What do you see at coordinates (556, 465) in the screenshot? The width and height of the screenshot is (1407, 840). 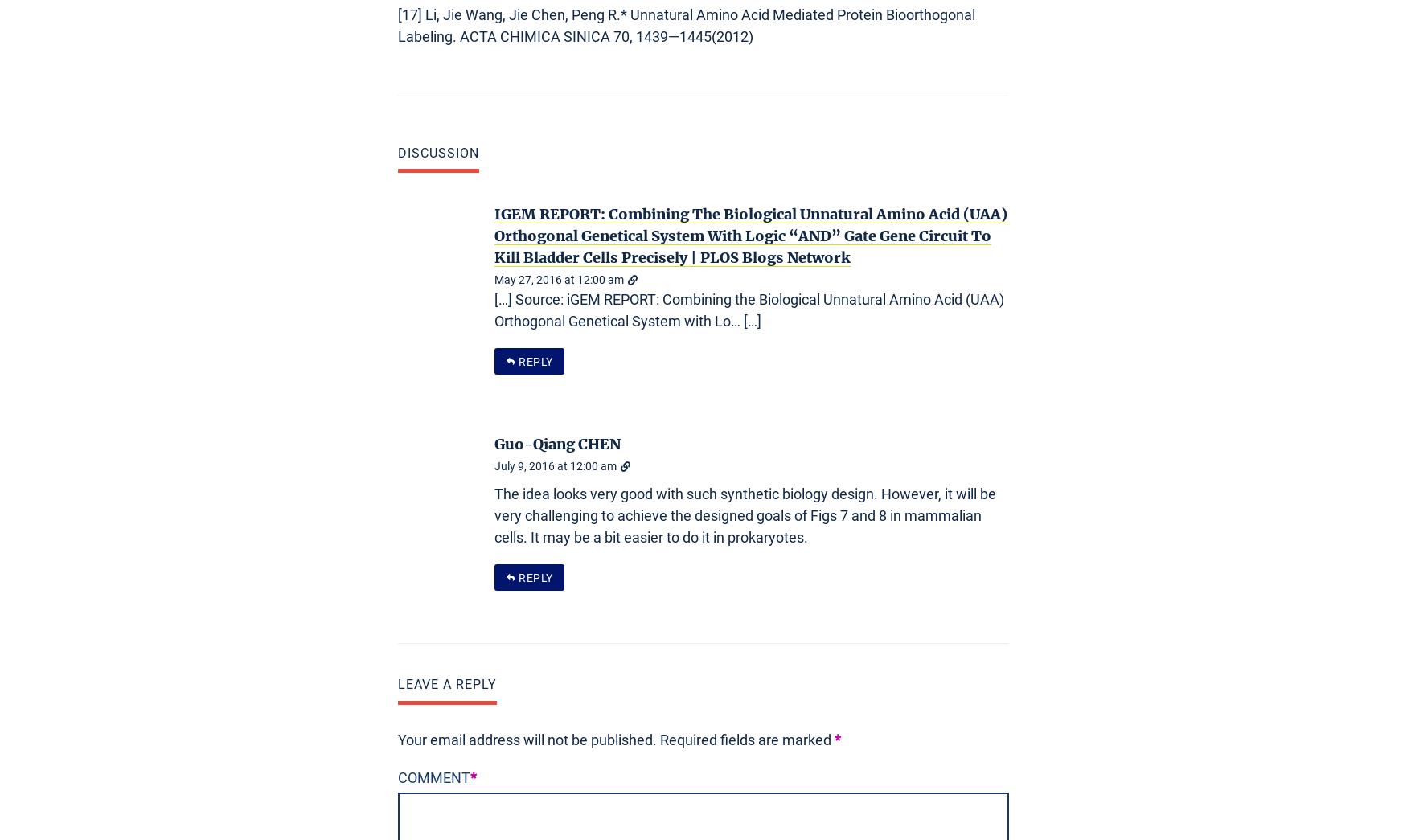 I see `'July 9, 2016 at 12:00 am'` at bounding box center [556, 465].